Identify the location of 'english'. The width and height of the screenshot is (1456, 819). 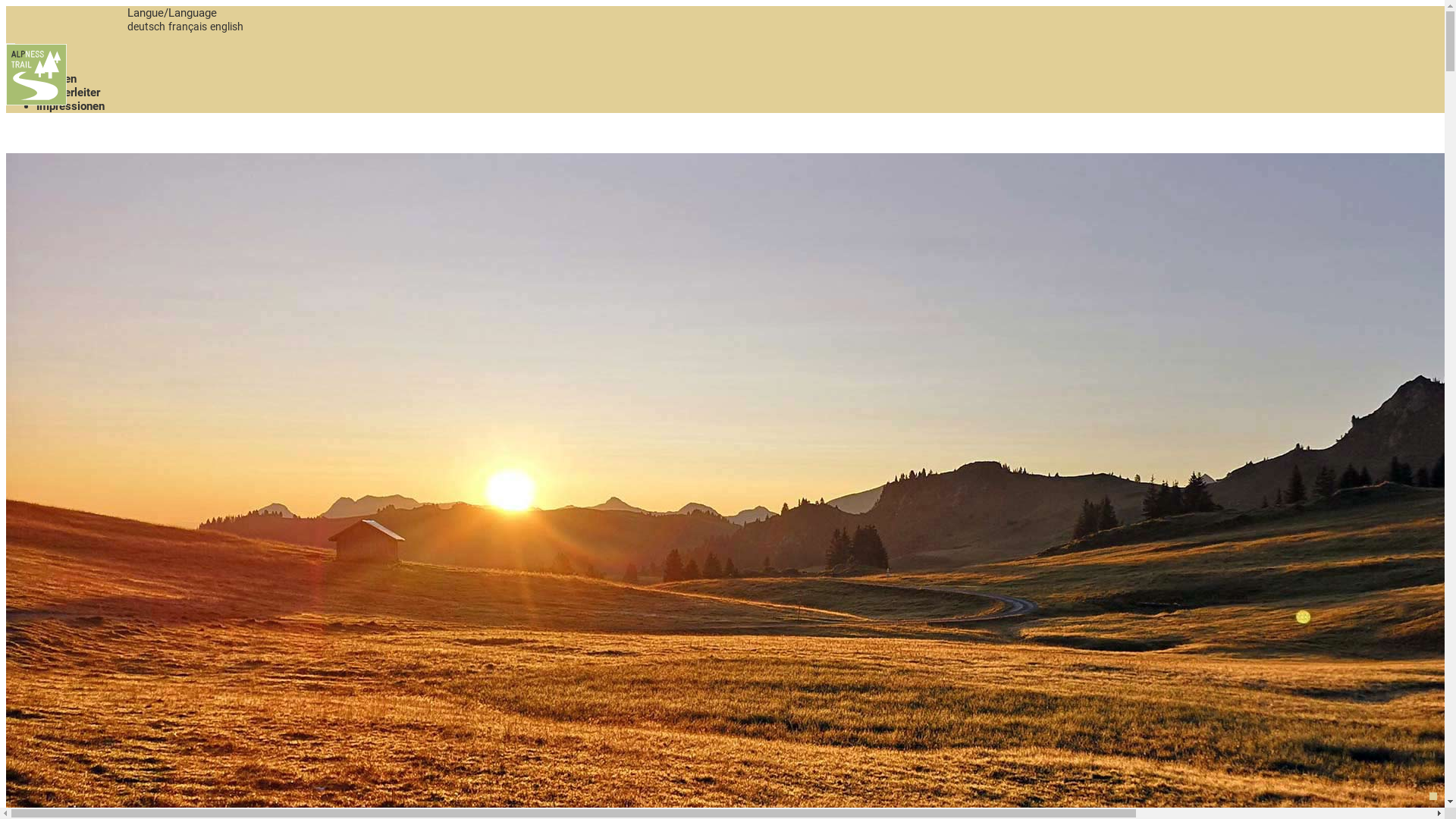
(225, 26).